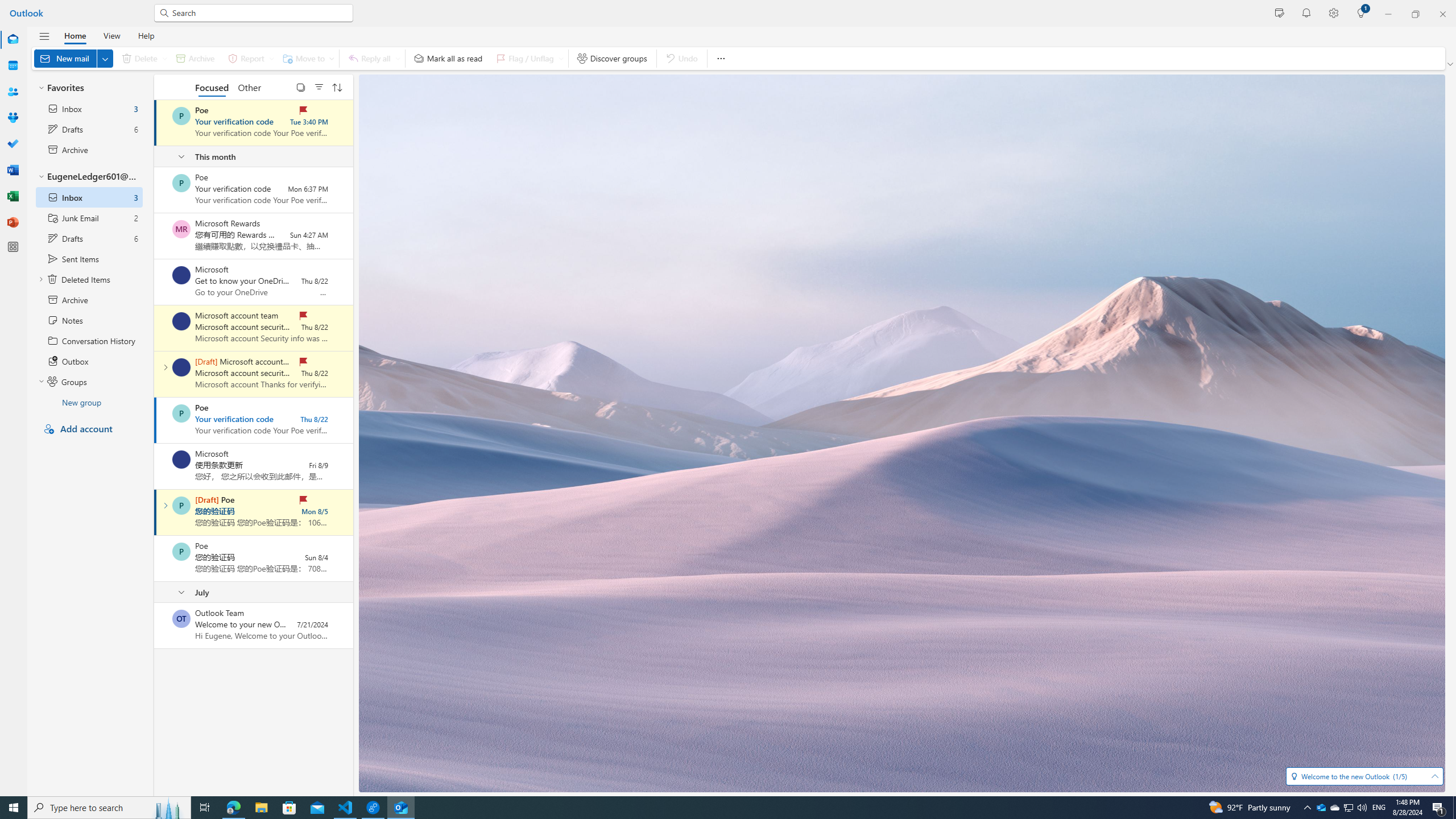 The image size is (1456, 819). Describe the element at coordinates (336, 86) in the screenshot. I see `'Sorted: By Date'` at that location.